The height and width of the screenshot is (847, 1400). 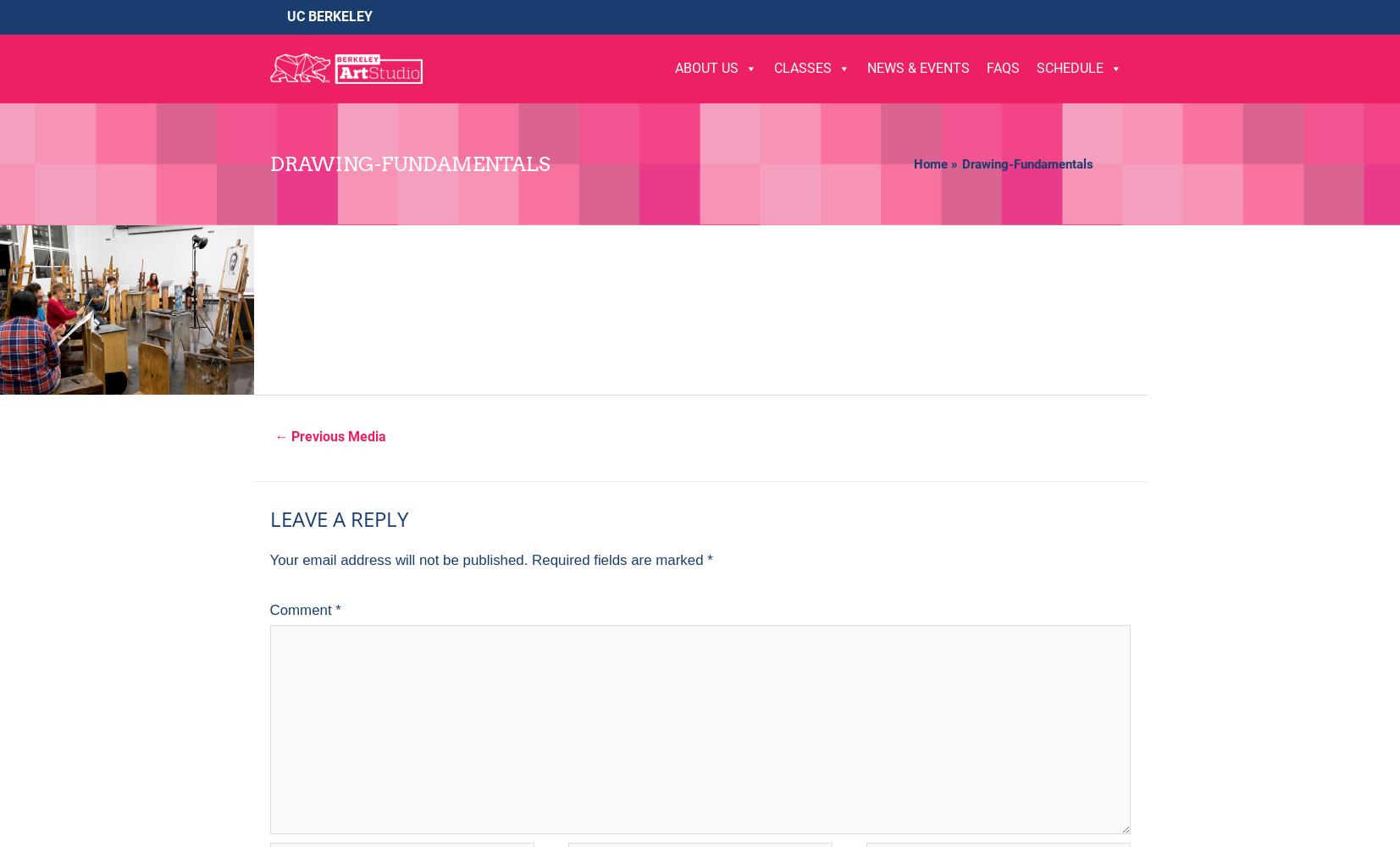 What do you see at coordinates (1069, 67) in the screenshot?
I see `'Schedule'` at bounding box center [1069, 67].